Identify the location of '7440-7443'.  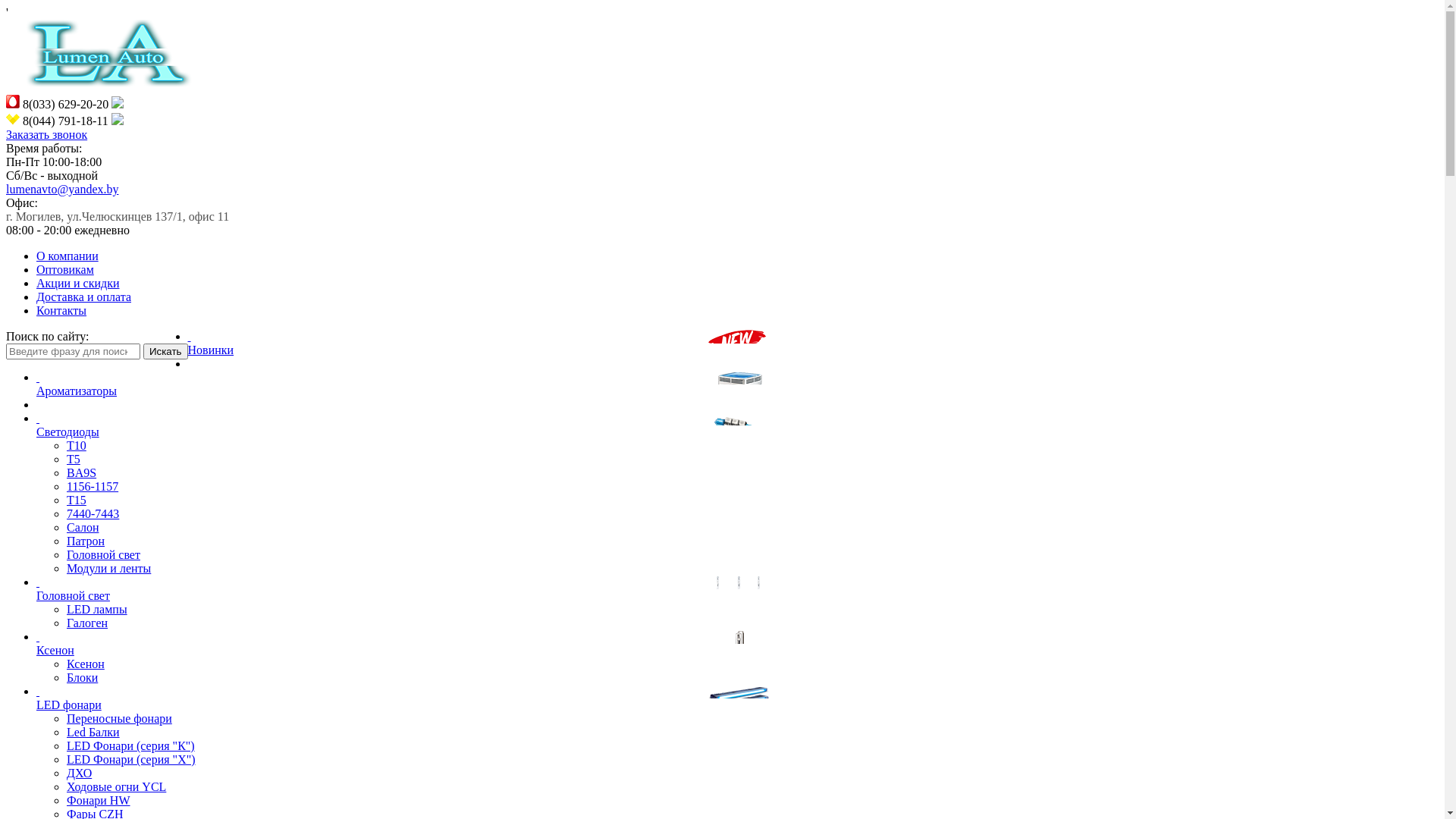
(92, 513).